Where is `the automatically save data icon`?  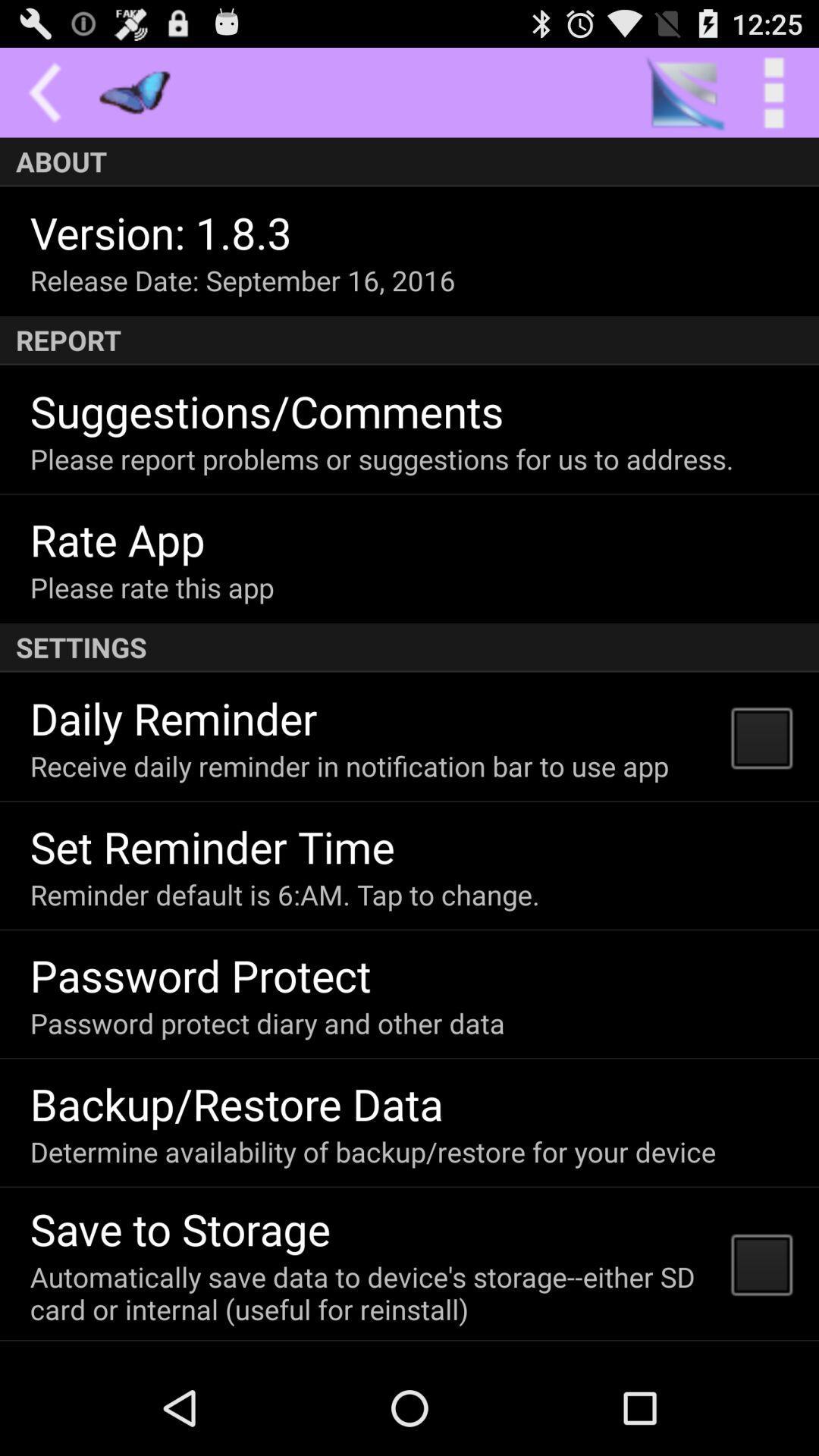 the automatically save data icon is located at coordinates (371, 1292).